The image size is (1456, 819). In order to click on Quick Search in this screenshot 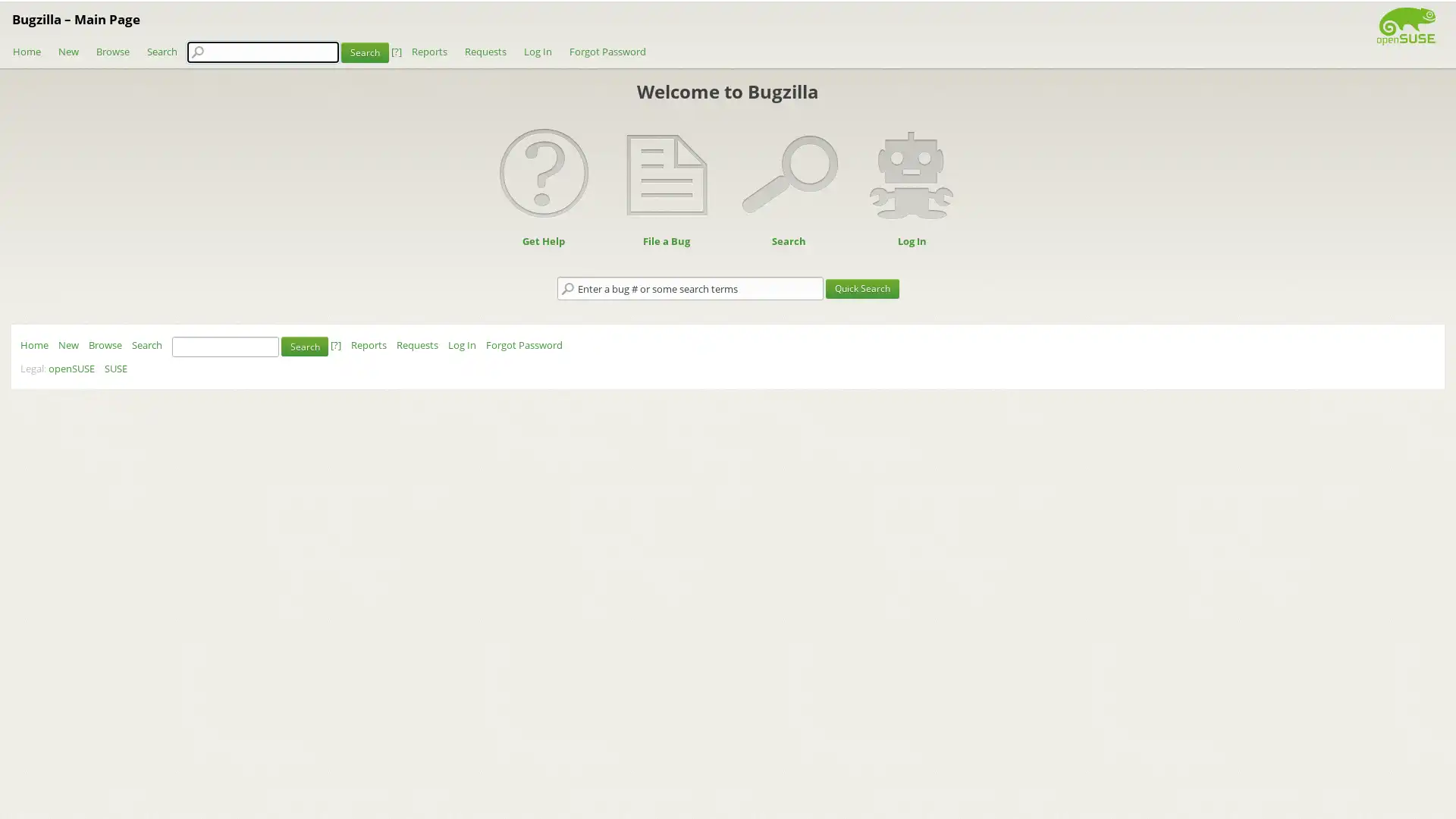, I will do `click(861, 288)`.